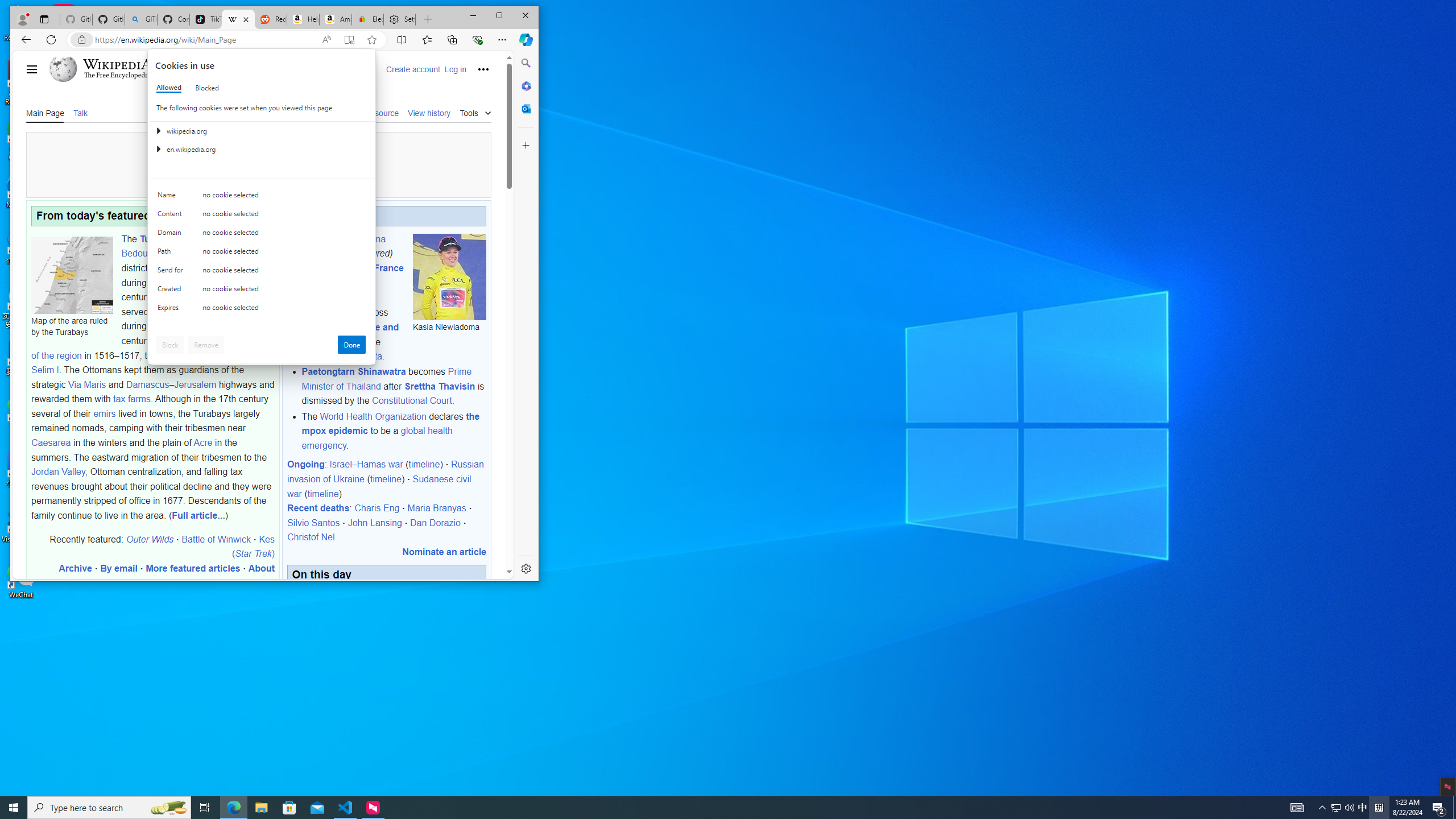 The height and width of the screenshot is (819, 1456). What do you see at coordinates (204, 806) in the screenshot?
I see `'Task View'` at bounding box center [204, 806].